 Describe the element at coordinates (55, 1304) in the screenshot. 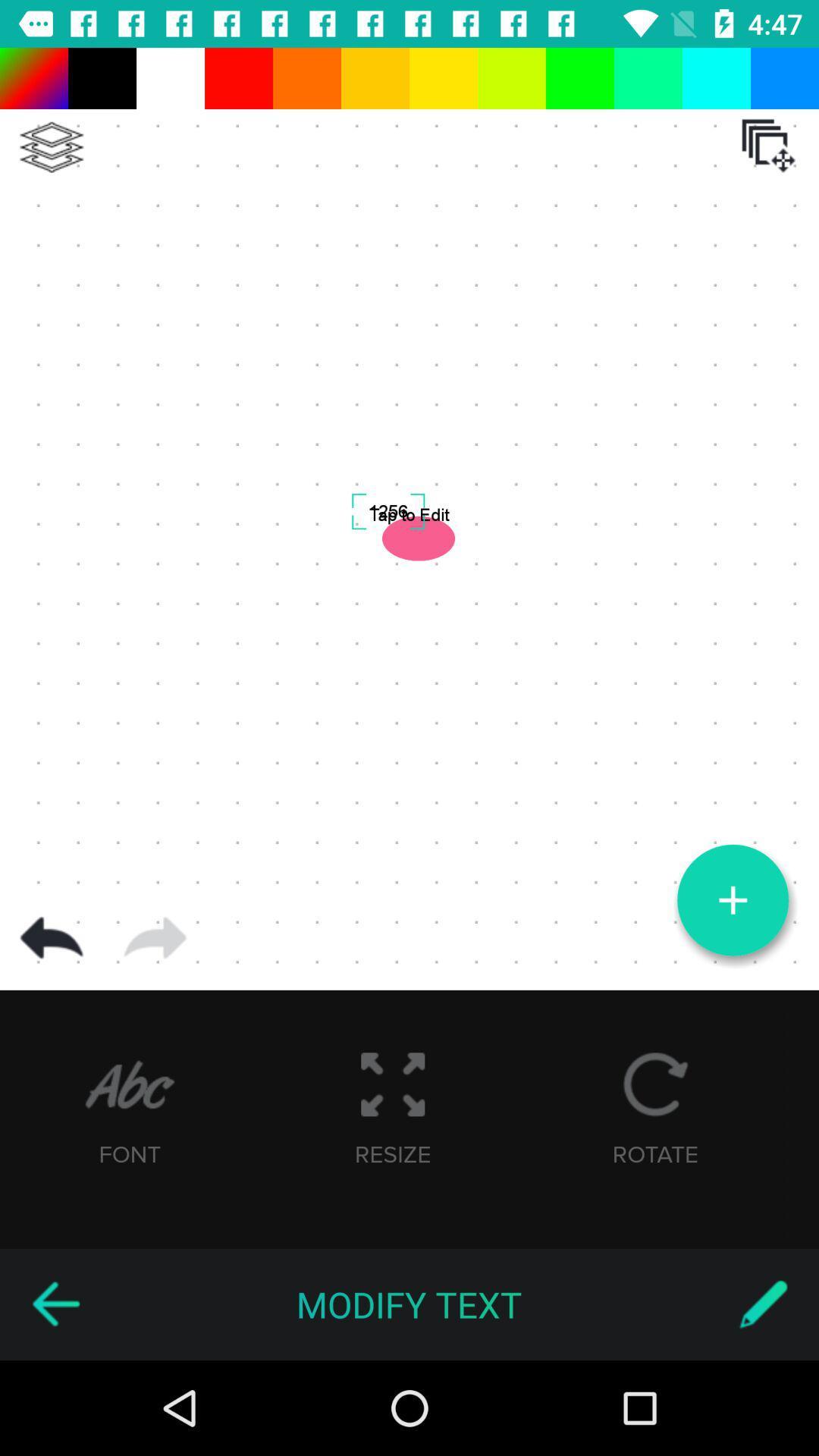

I see `go back` at that location.